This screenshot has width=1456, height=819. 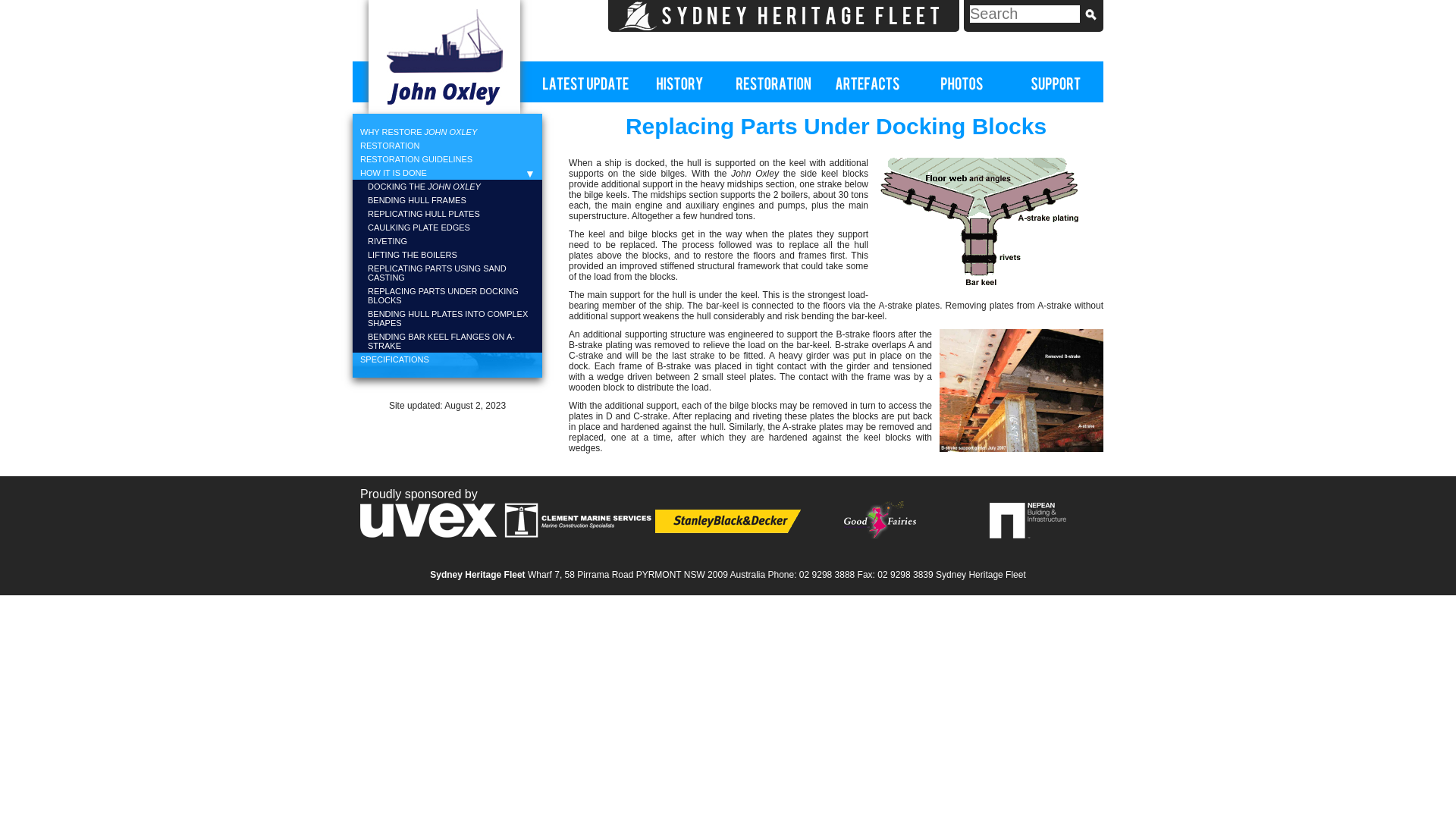 I want to click on 'WHY RESTORE JOHN OXLEY', so click(x=352, y=130).